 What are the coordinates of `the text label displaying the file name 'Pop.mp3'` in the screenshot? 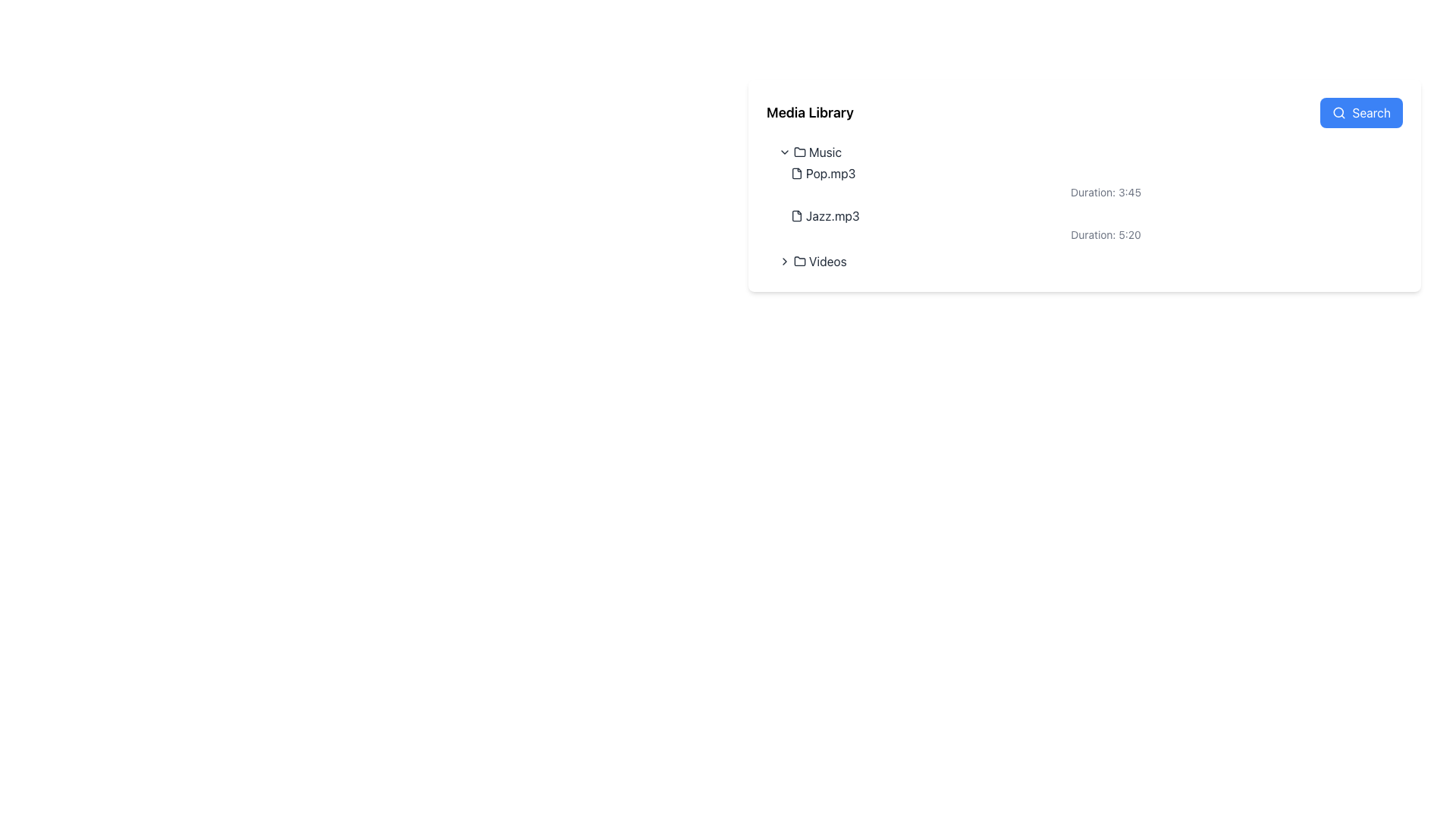 It's located at (830, 172).